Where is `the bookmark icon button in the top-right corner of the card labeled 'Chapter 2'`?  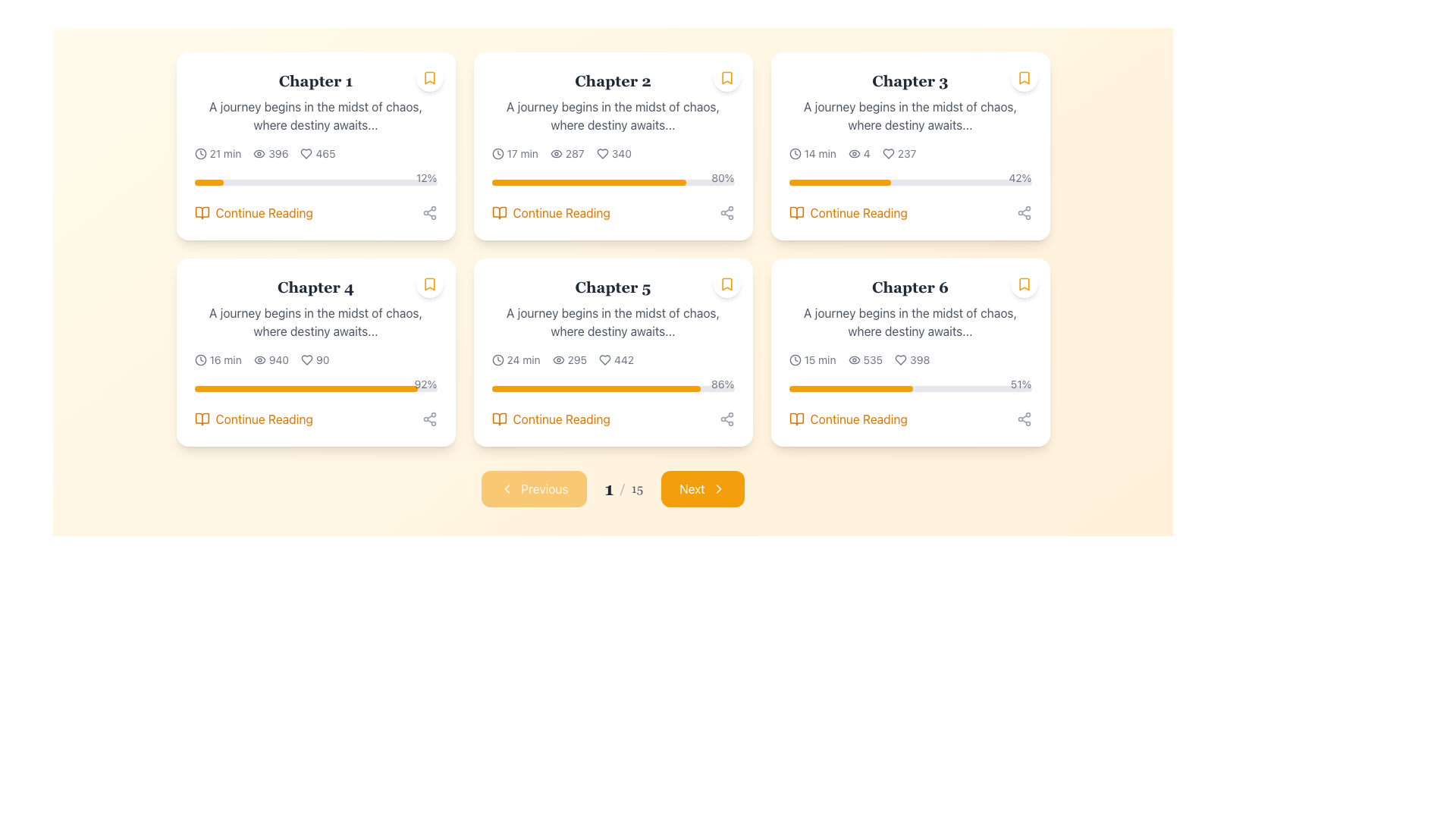 the bookmark icon button in the top-right corner of the card labeled 'Chapter 2' is located at coordinates (726, 78).